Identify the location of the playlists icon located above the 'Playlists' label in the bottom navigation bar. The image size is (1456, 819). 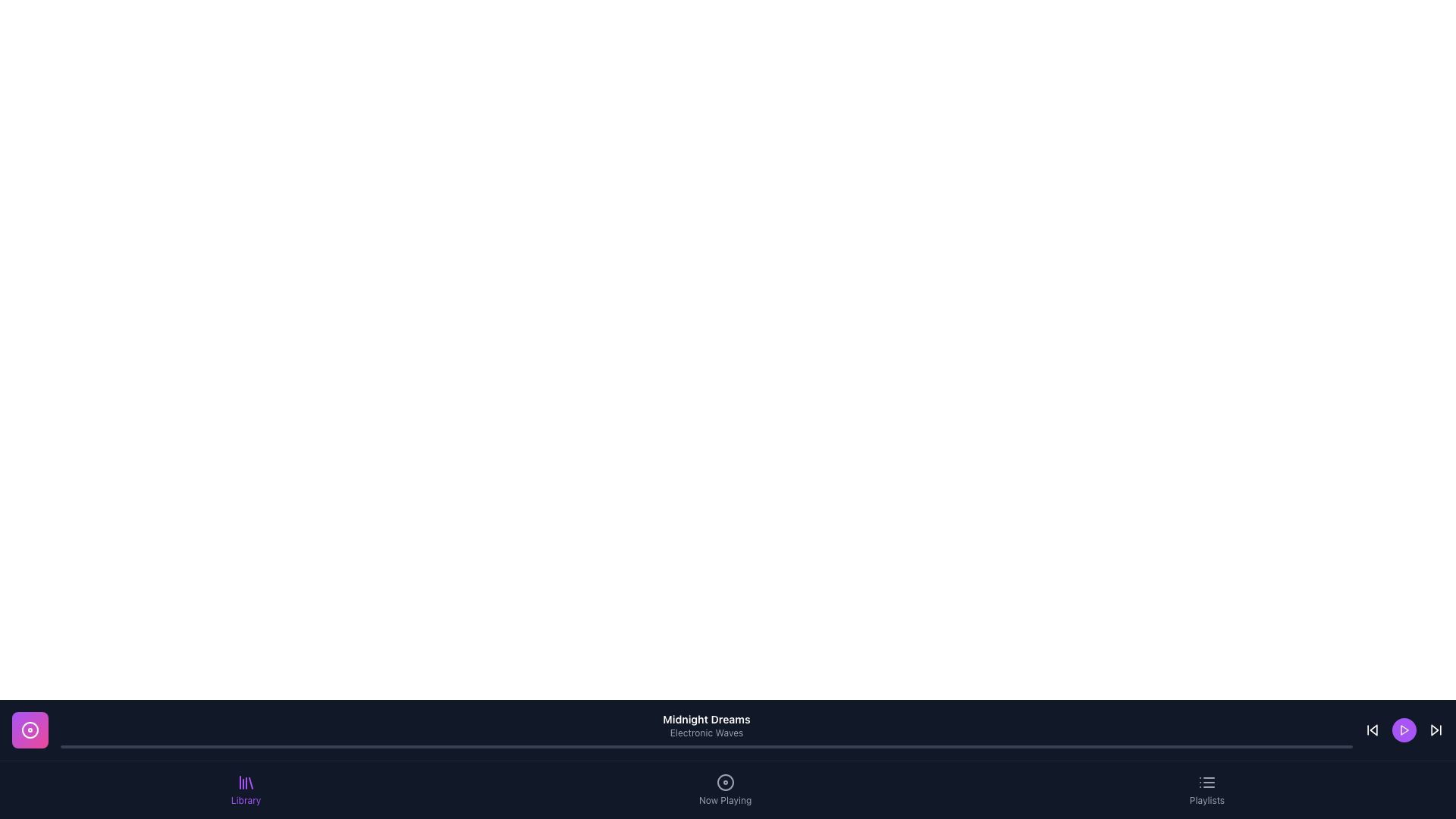
(1207, 783).